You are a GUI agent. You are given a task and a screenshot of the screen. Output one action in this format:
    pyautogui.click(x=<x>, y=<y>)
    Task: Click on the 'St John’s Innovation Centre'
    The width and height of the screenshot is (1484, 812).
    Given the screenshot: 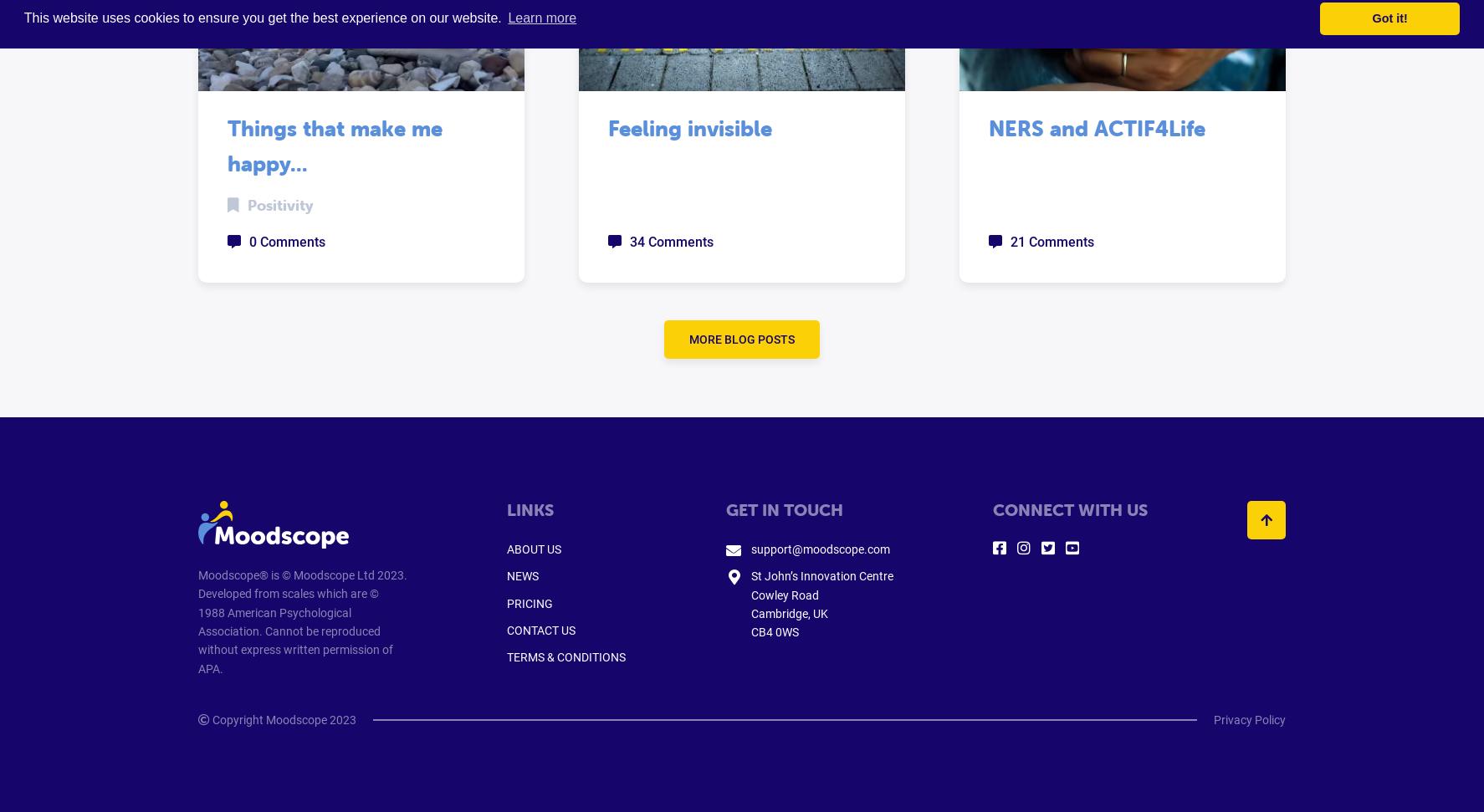 What is the action you would take?
    pyautogui.click(x=821, y=576)
    